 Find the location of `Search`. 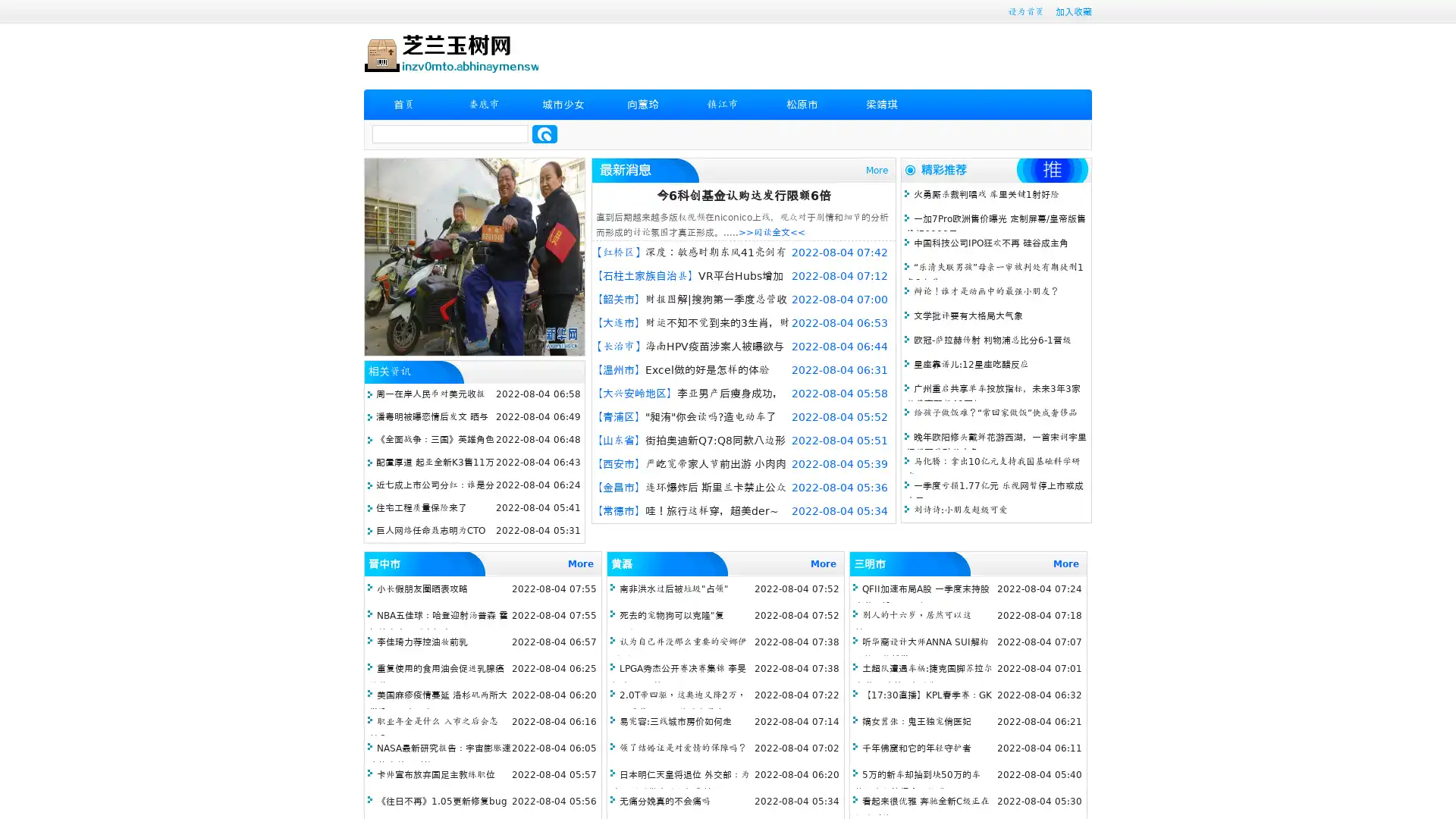

Search is located at coordinates (544, 133).